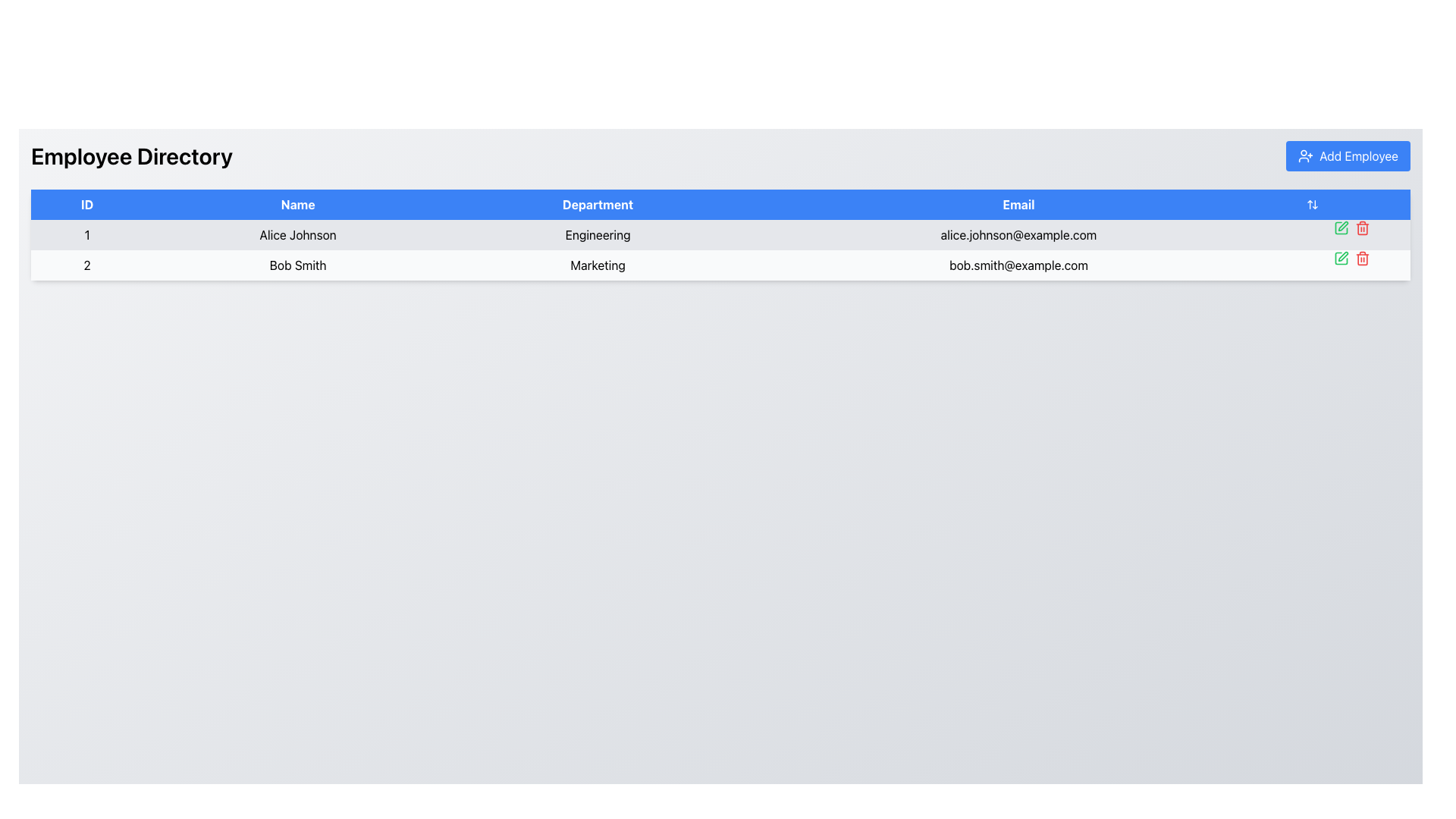  What do you see at coordinates (298, 234) in the screenshot?
I see `the static text element displaying the name 'Alice Johnson' located in the second column of the first row of the employee directory table` at bounding box center [298, 234].